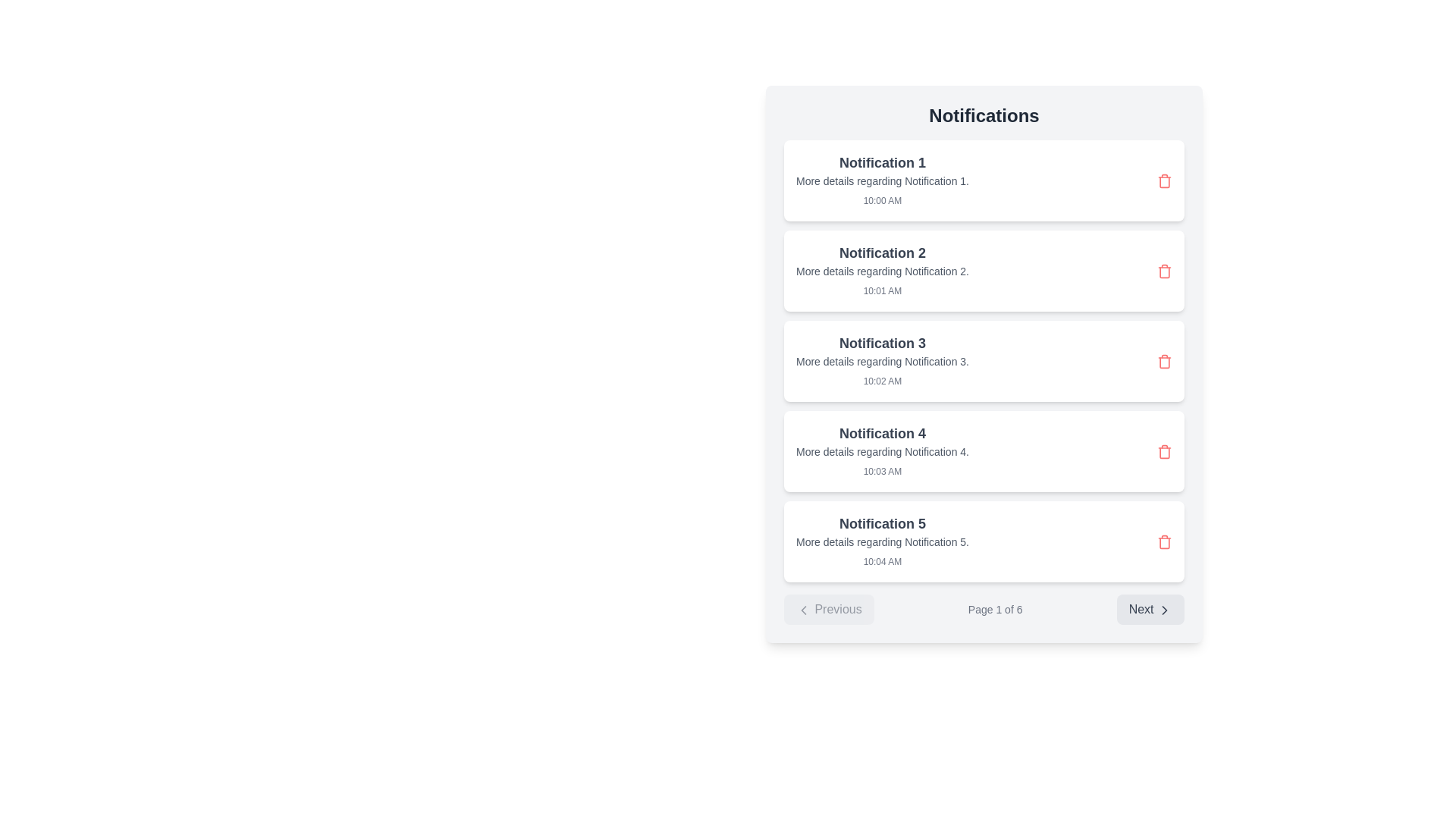 This screenshot has height=819, width=1456. Describe the element at coordinates (883, 253) in the screenshot. I see `the text label displaying 'Notification 2', which is the main title of the second notification card in the vertical list of notifications` at that location.